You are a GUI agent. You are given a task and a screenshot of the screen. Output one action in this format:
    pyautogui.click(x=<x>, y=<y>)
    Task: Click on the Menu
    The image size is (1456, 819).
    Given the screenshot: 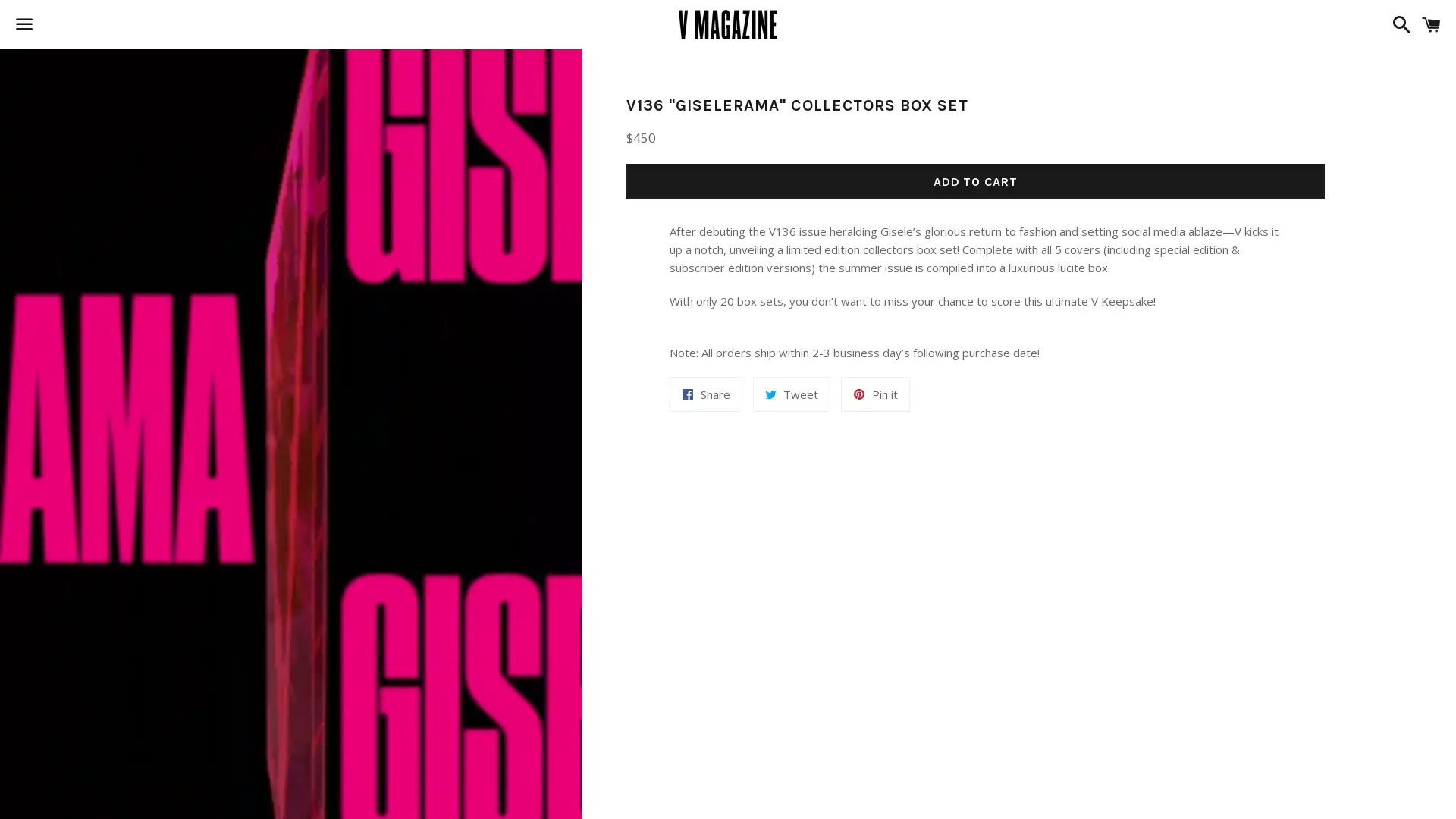 What is the action you would take?
    pyautogui.click(x=24, y=24)
    